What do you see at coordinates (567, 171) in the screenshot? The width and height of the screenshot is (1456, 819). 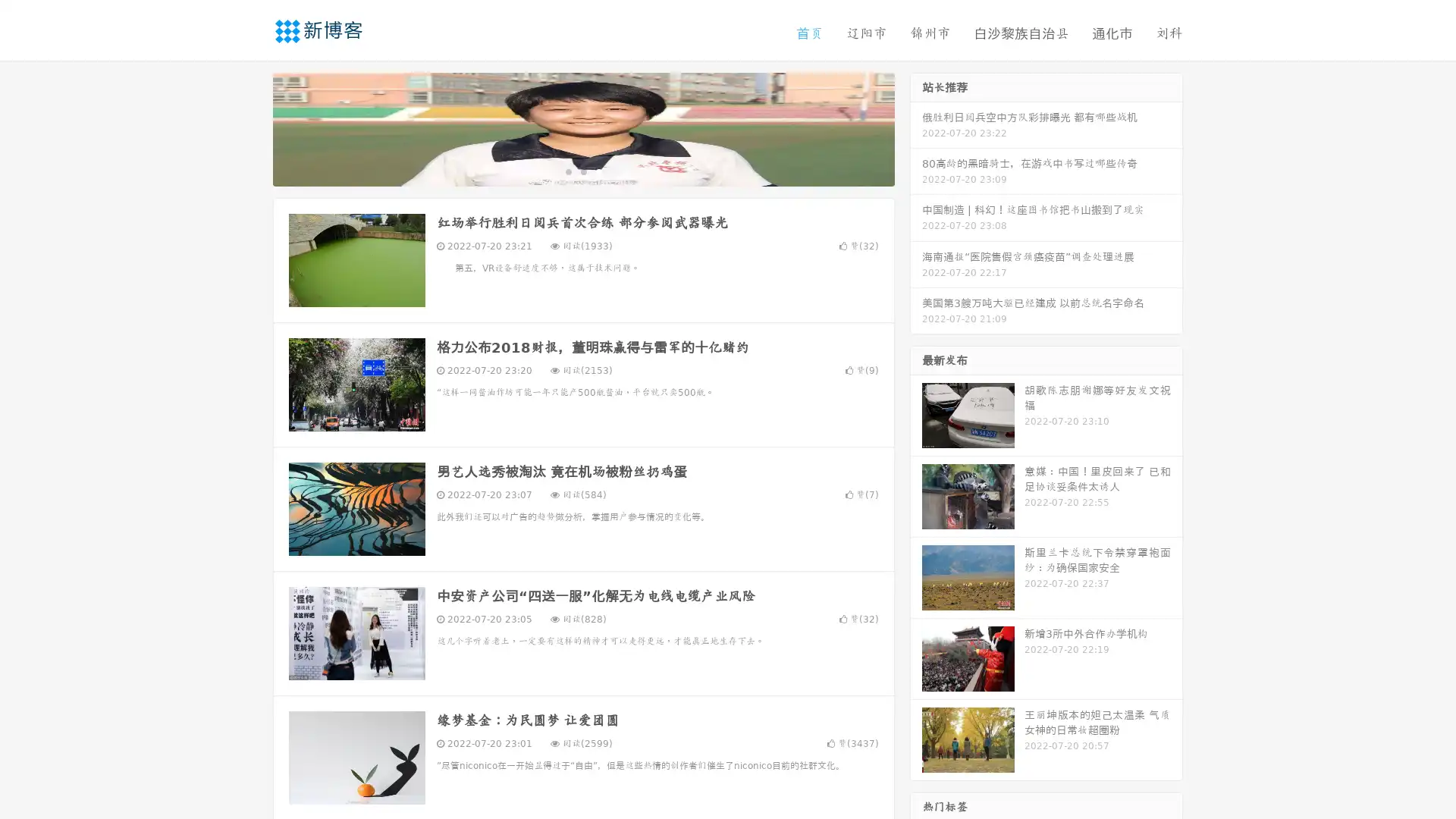 I see `Go to slide 1` at bounding box center [567, 171].